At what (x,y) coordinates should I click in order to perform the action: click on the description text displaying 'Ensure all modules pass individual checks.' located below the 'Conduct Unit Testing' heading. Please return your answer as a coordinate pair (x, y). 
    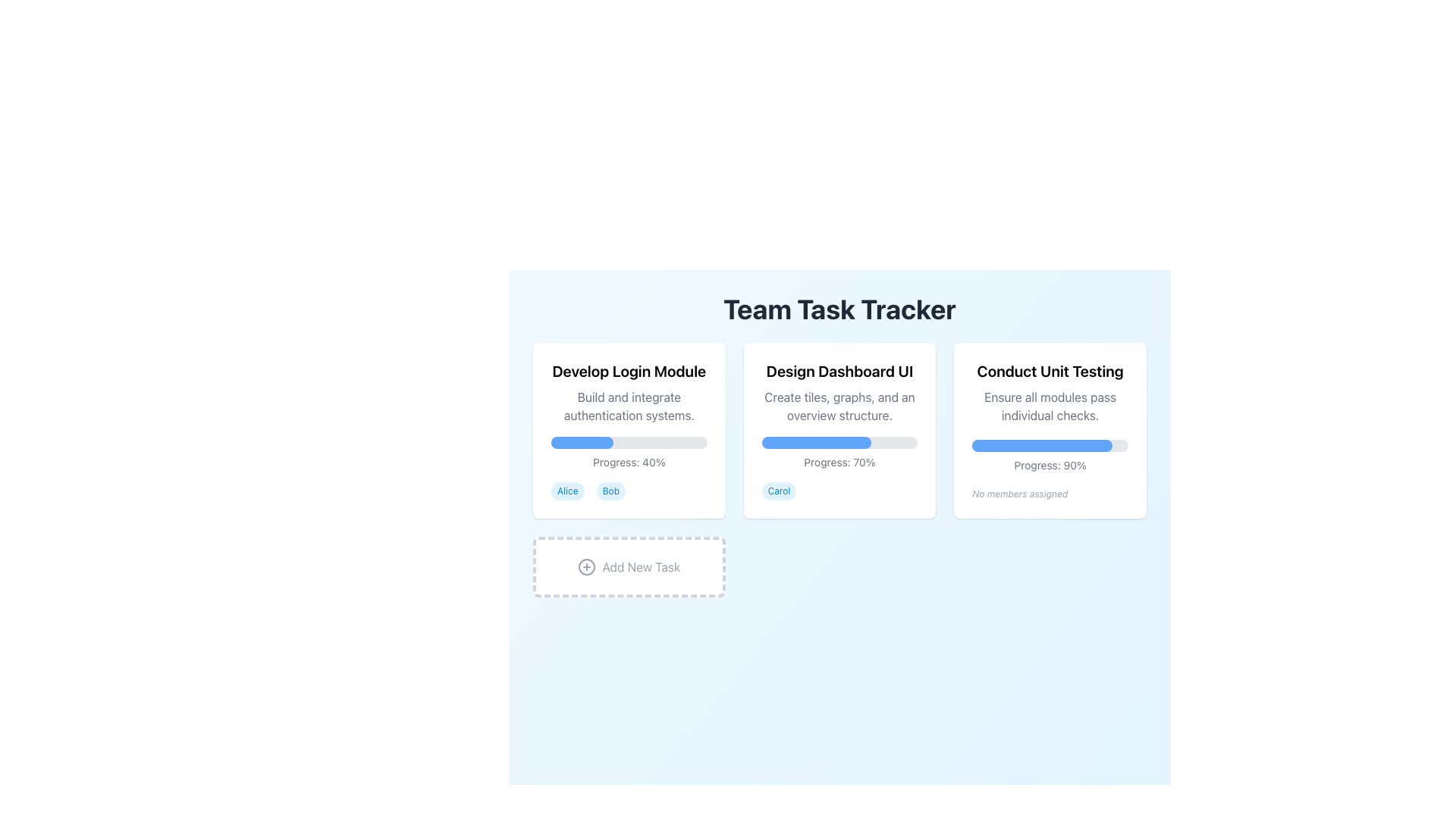
    Looking at the image, I should click on (1050, 406).